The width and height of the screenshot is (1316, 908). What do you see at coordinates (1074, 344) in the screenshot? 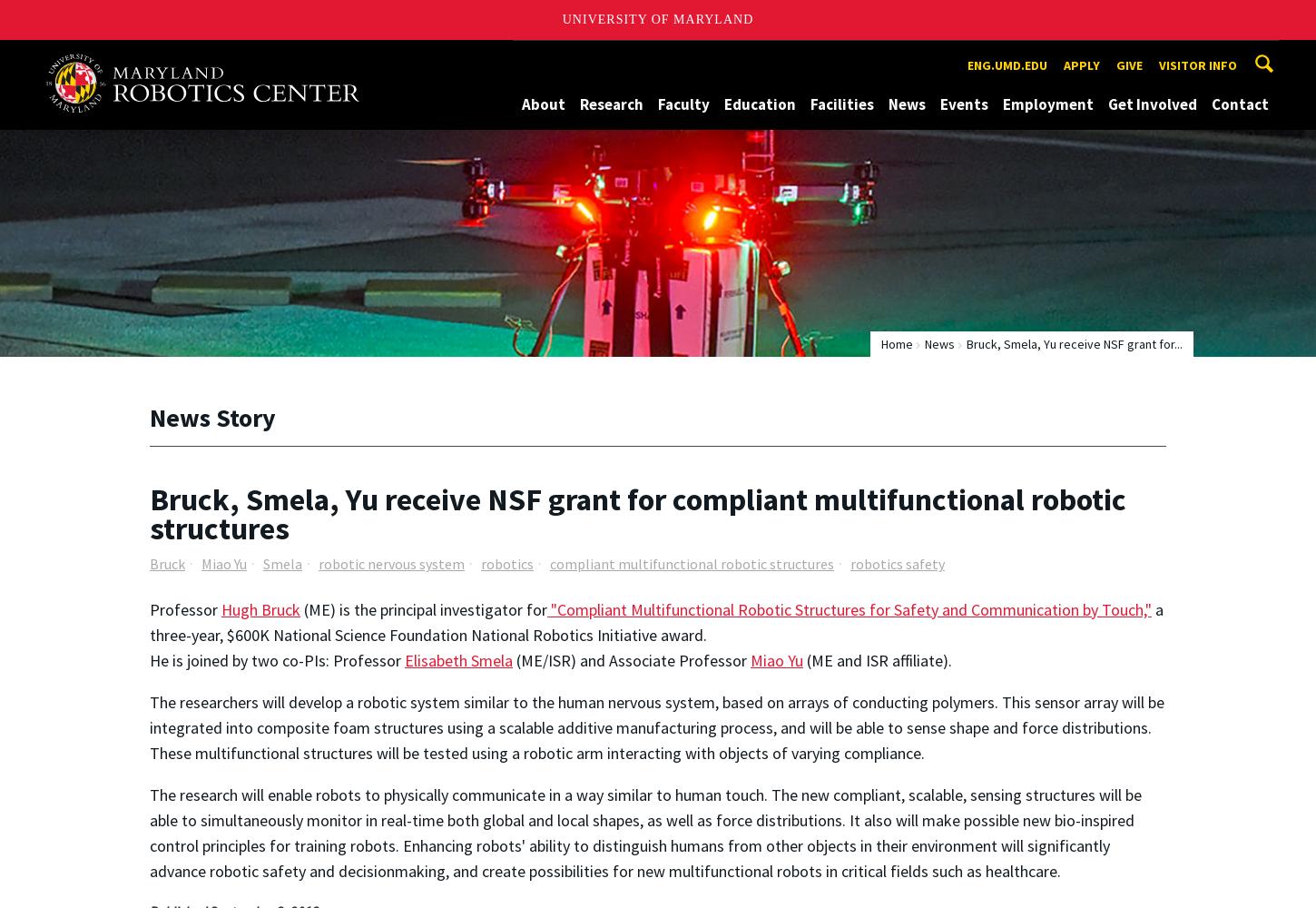
I see `'Bruck, Smela, Yu receive NSF grant for...'` at bounding box center [1074, 344].